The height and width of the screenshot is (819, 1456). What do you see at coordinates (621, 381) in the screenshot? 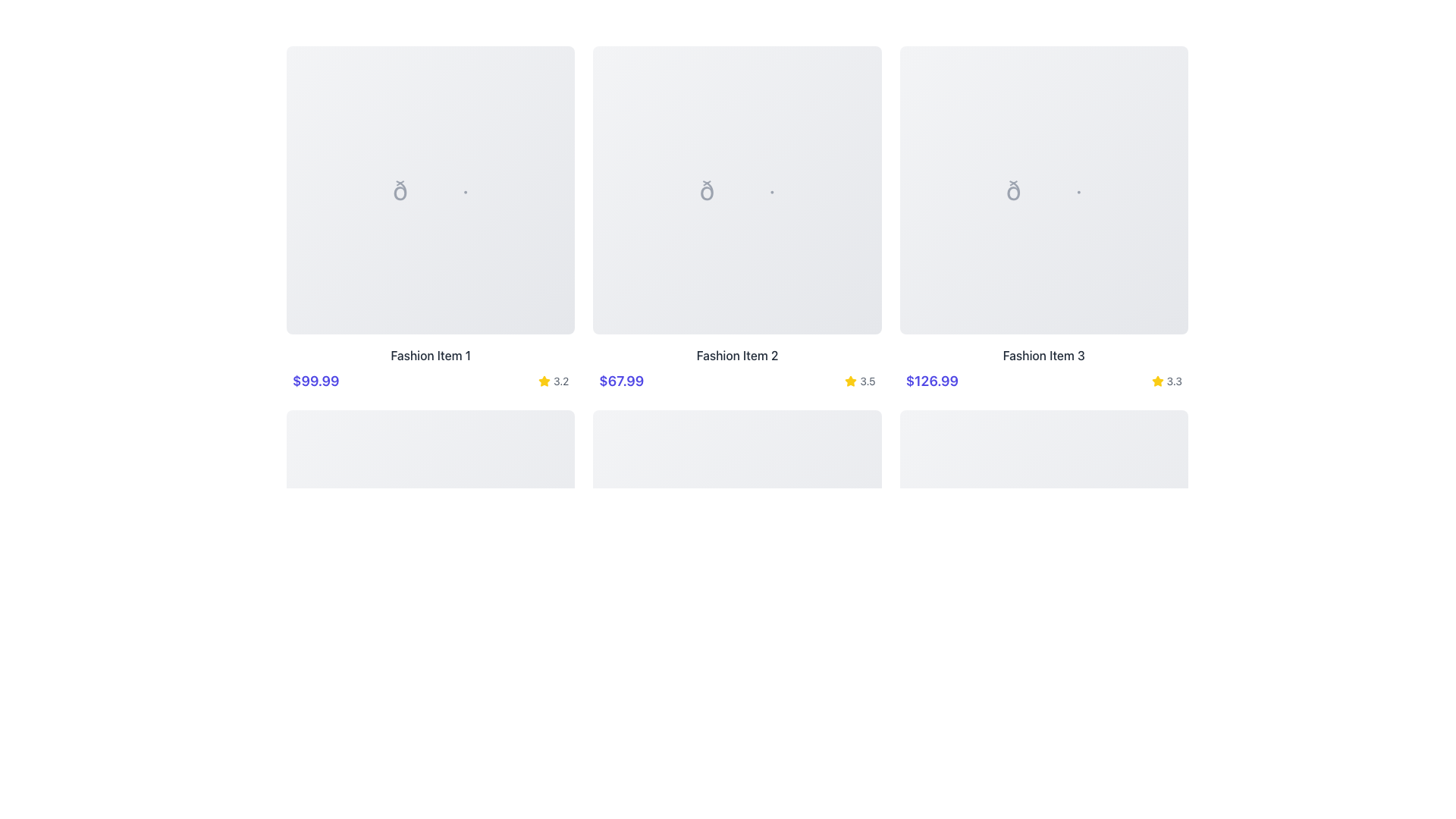
I see `displayed price of the item labeled 'Fashion Item 2', which is shown in the text label located in the center column of the grid layout, directly below the item` at bounding box center [621, 381].